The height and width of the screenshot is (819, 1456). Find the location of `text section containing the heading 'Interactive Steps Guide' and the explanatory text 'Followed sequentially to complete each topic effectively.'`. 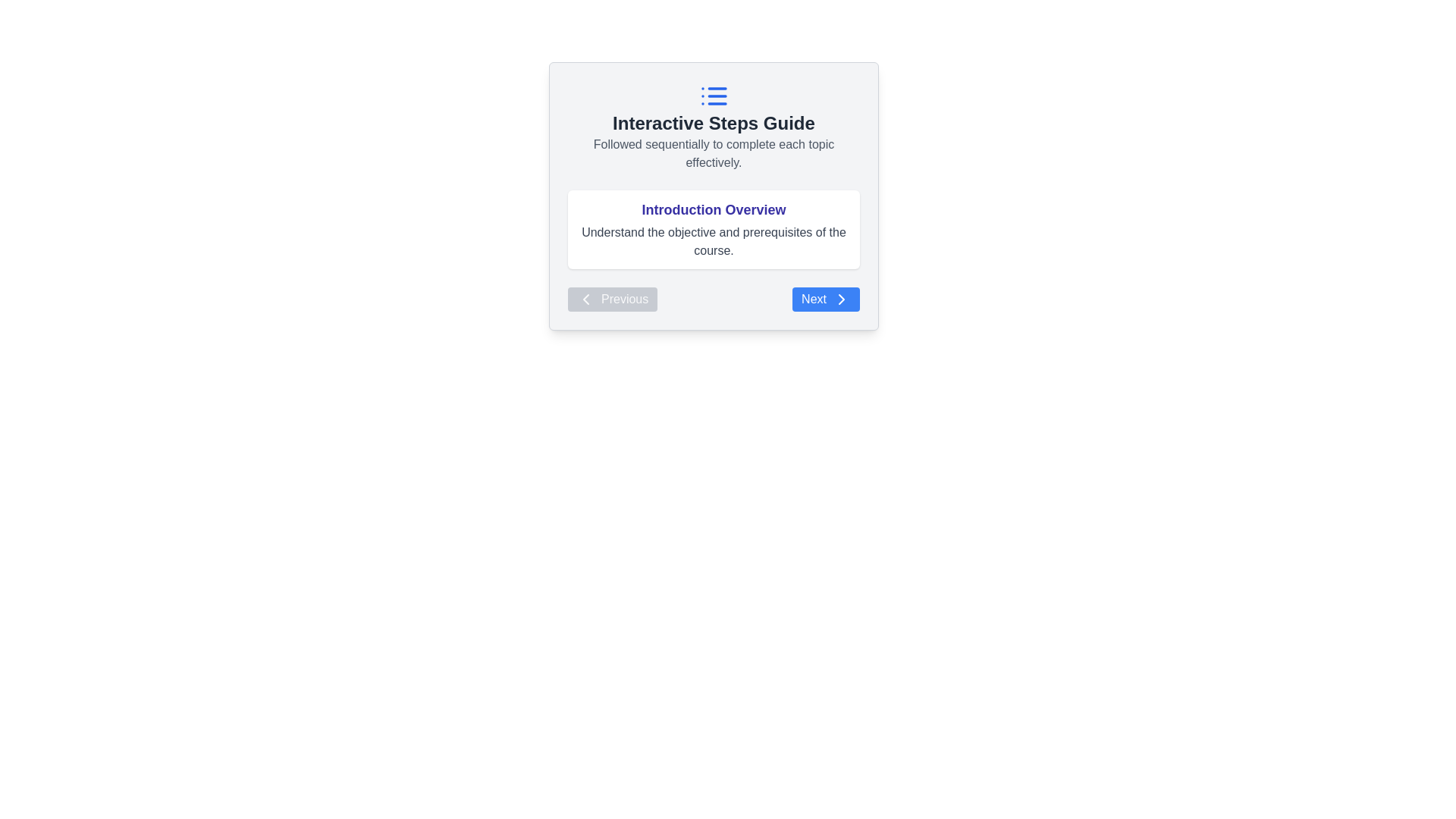

text section containing the heading 'Interactive Steps Guide' and the explanatory text 'Followed sequentially to complete each topic effectively.' is located at coordinates (713, 125).